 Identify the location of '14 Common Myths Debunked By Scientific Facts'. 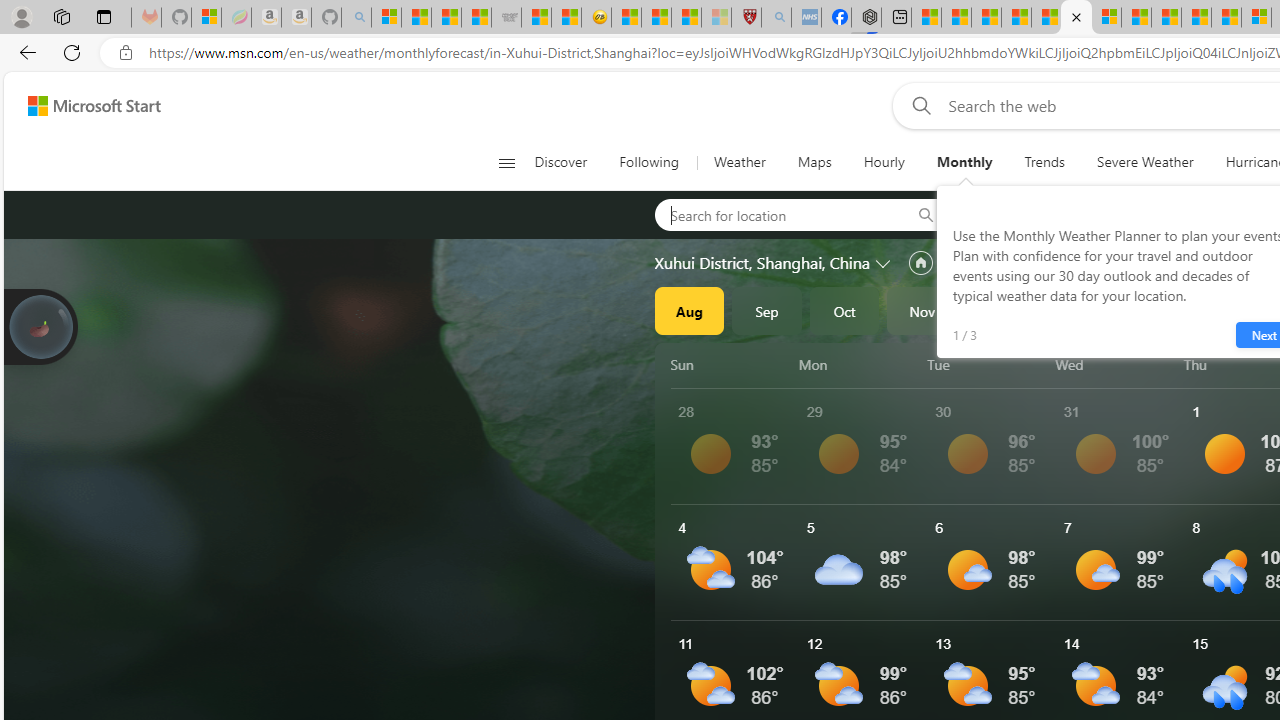
(1196, 17).